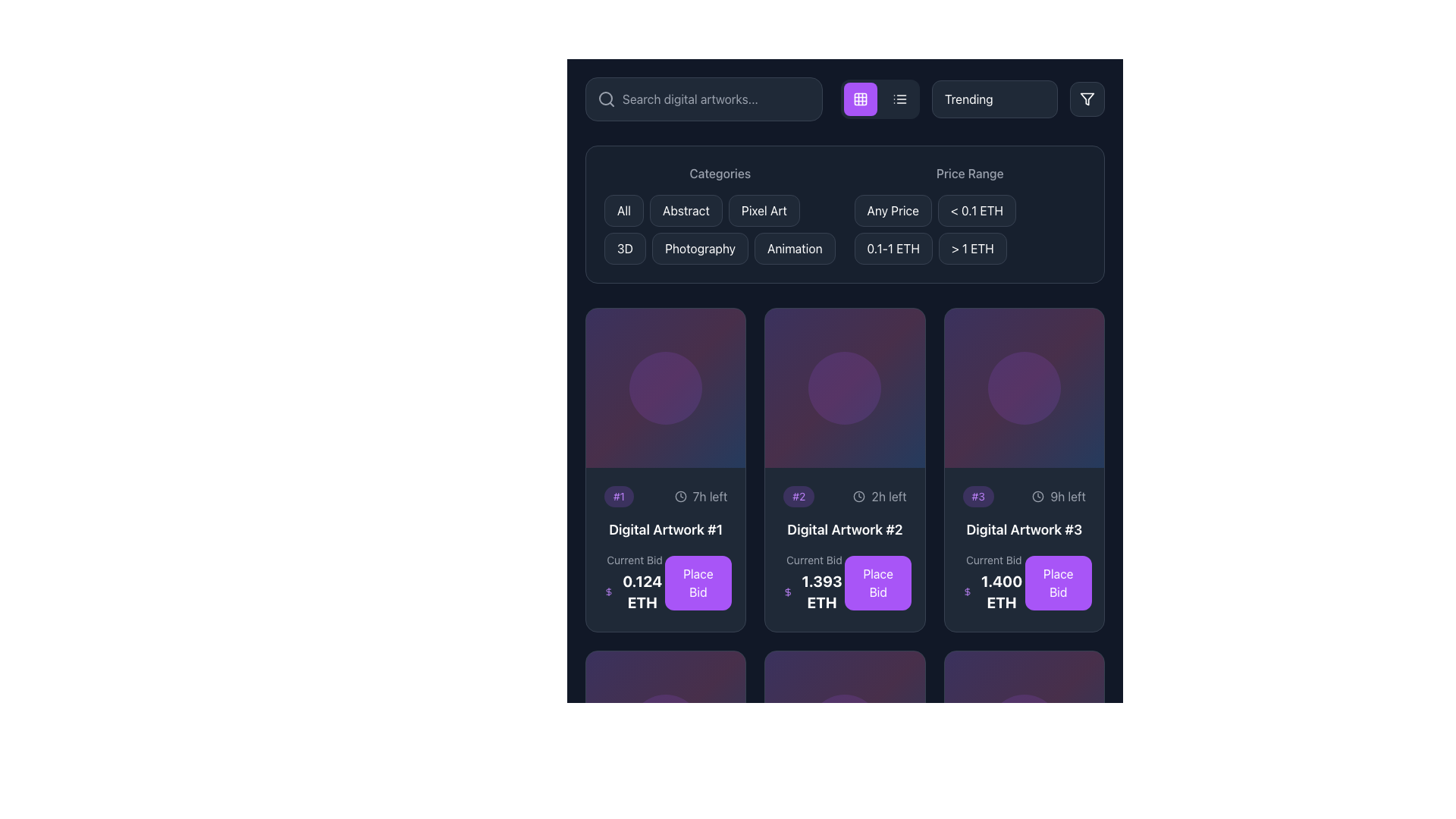  Describe the element at coordinates (859, 497) in the screenshot. I see `the visual representation of the clock icon located to the left of the '2h left' label in the second artwork's card` at that location.